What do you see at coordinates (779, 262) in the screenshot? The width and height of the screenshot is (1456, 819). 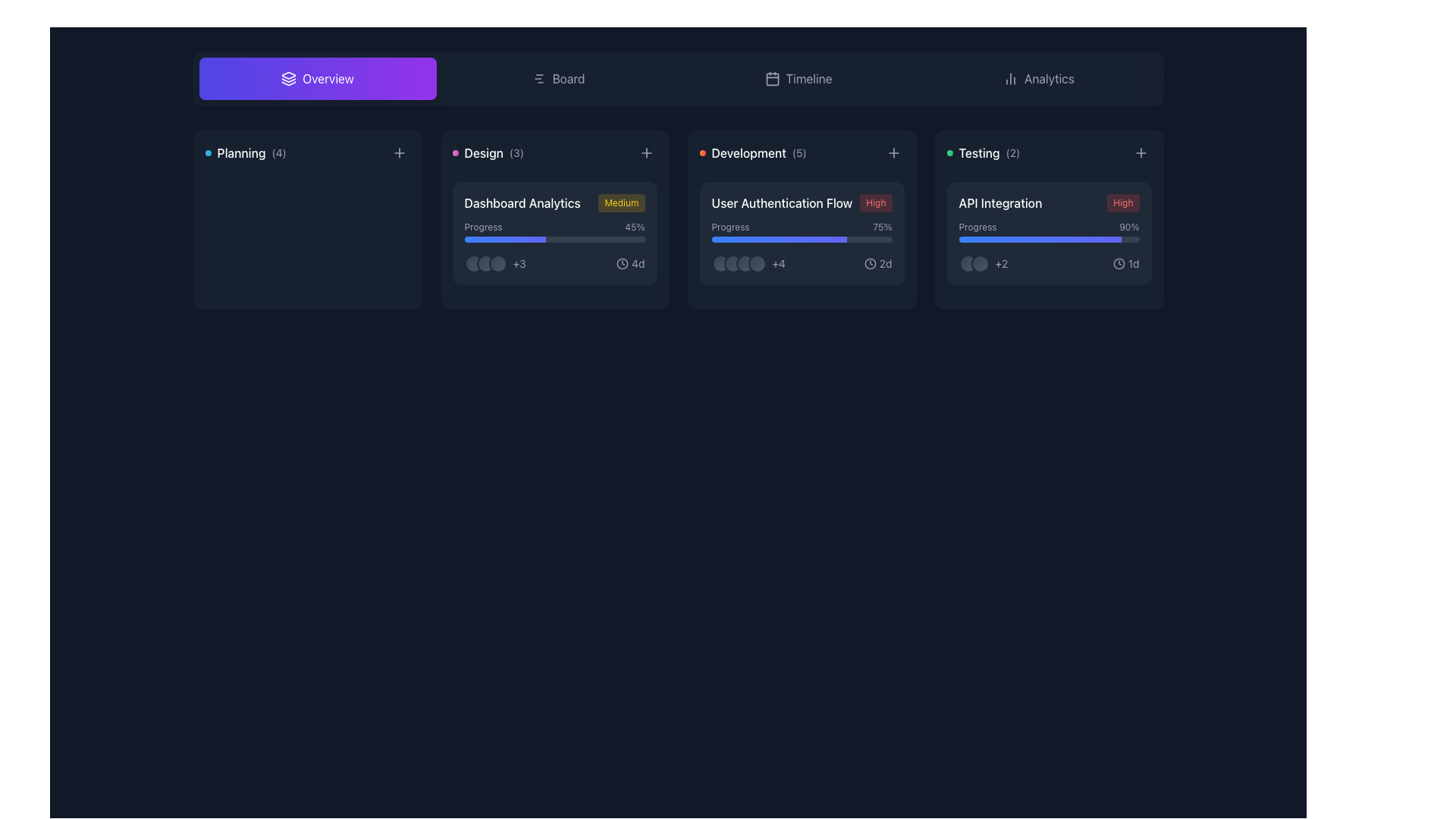 I see `the text label displaying '+4' in gray color, located at the bottom center-right of the 'User Authentication Flow' card in the 'Development' column` at bounding box center [779, 262].